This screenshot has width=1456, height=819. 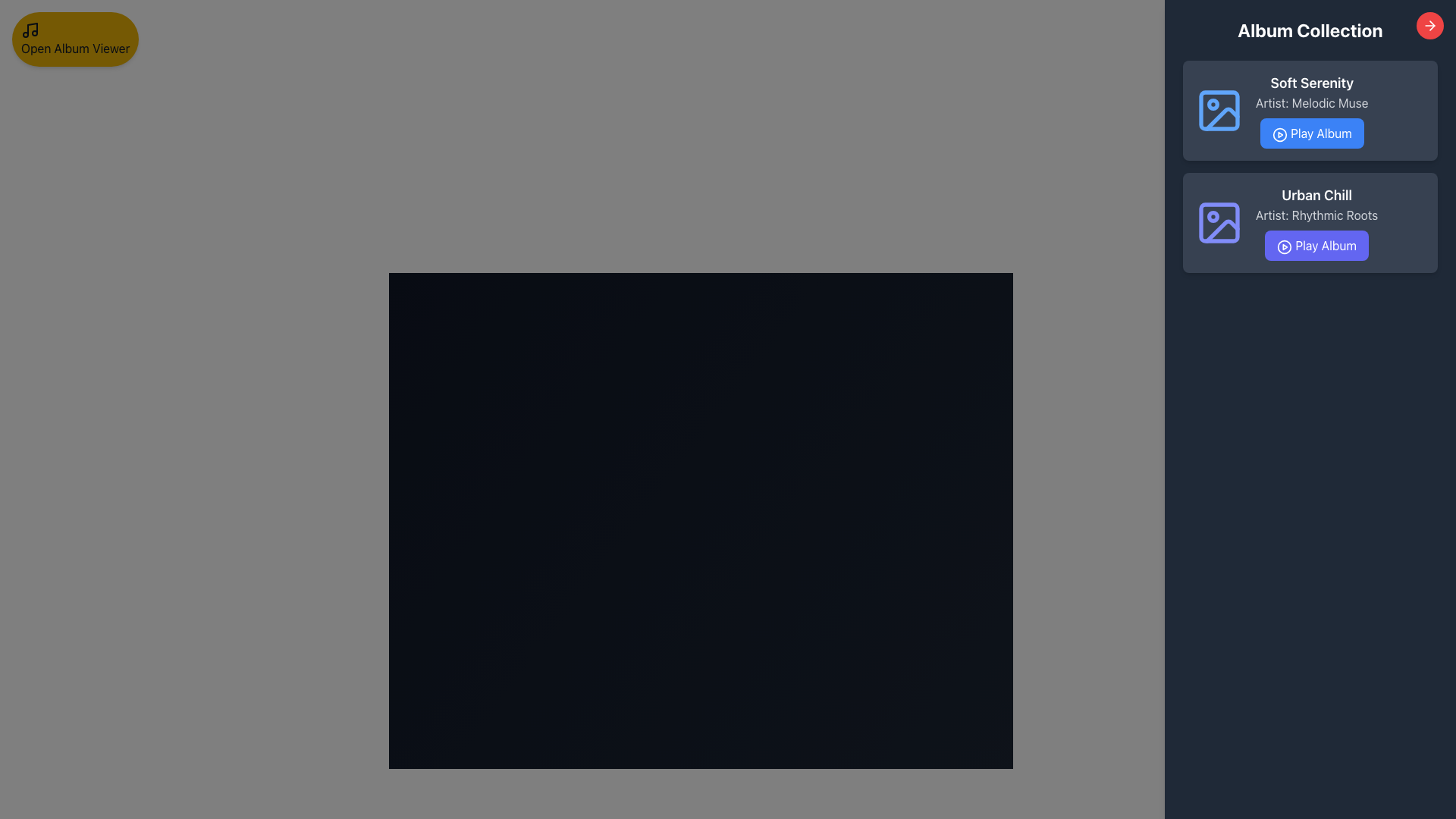 What do you see at coordinates (1219, 222) in the screenshot?
I see `decorative SVG Rectangle representing a placeholder for the 'Urban Chill' album in the 'Album Collection' section by clicking on its center` at bounding box center [1219, 222].